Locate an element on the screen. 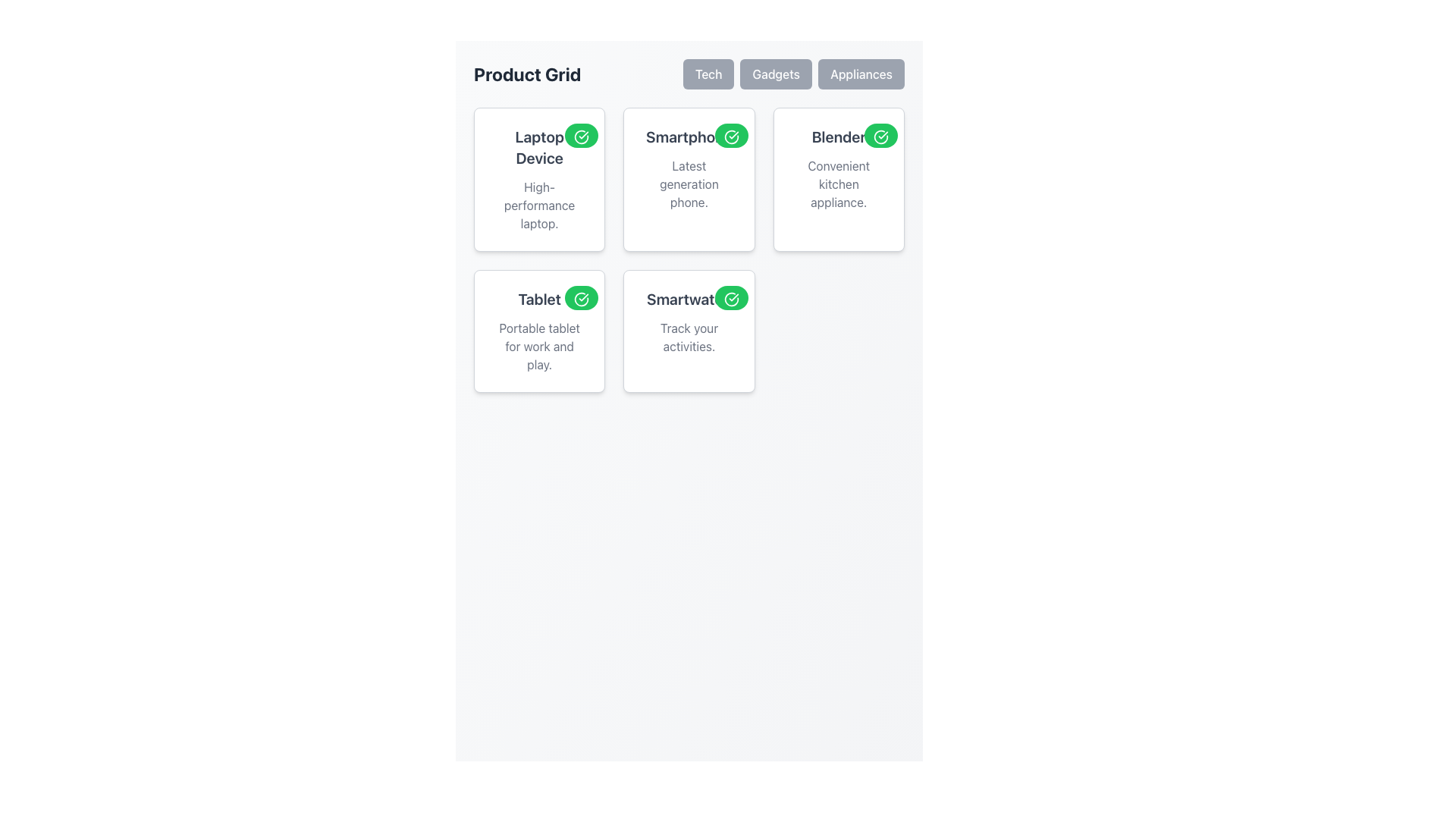  the 'Gadgets' button is located at coordinates (776, 74).